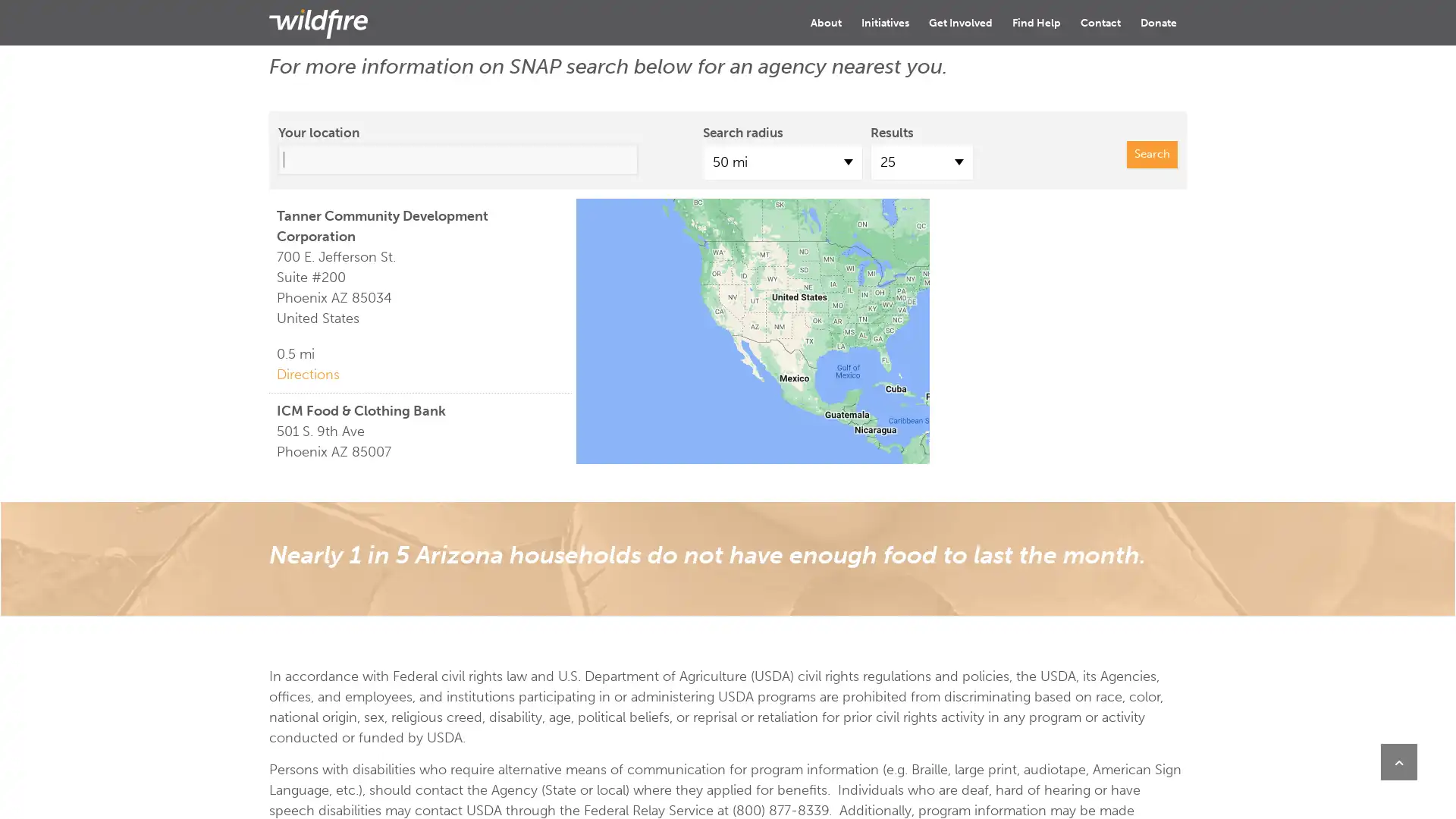 This screenshot has height=819, width=1456. What do you see at coordinates (1152, 155) in the screenshot?
I see `Search` at bounding box center [1152, 155].